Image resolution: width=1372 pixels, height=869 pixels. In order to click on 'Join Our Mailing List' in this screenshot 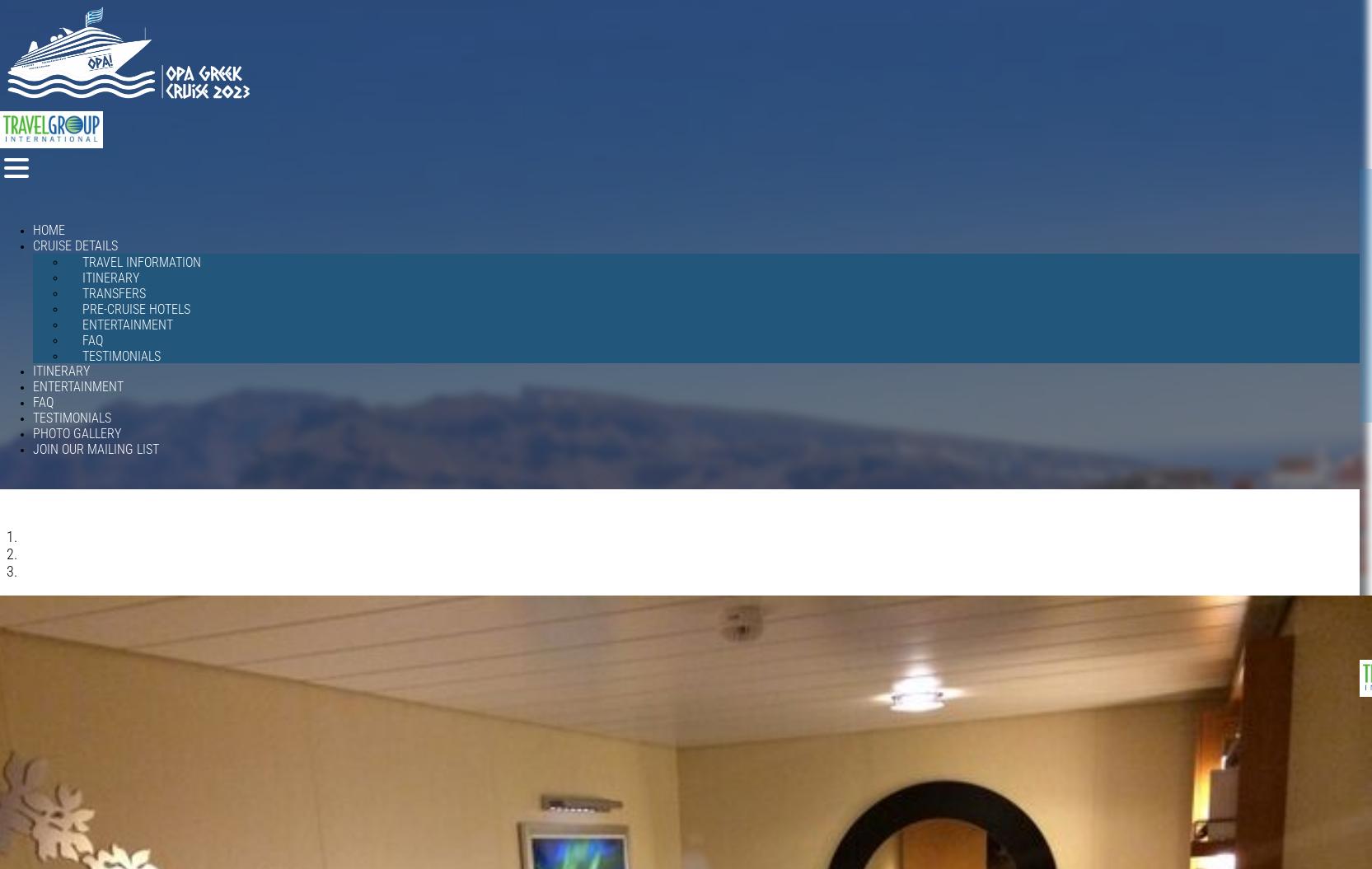, I will do `click(96, 448)`.